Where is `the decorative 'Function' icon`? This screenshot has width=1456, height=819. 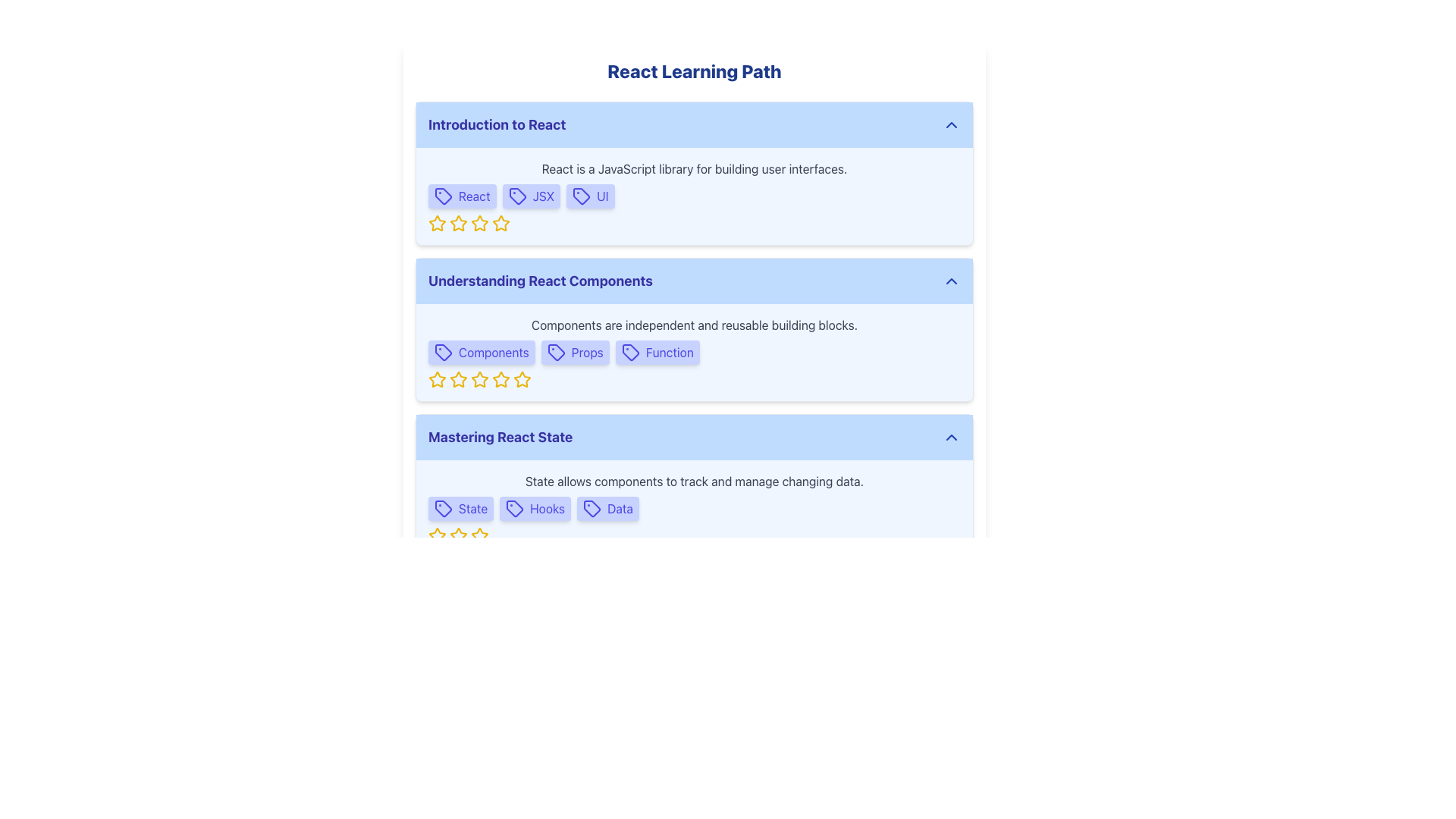 the decorative 'Function' icon is located at coordinates (630, 353).